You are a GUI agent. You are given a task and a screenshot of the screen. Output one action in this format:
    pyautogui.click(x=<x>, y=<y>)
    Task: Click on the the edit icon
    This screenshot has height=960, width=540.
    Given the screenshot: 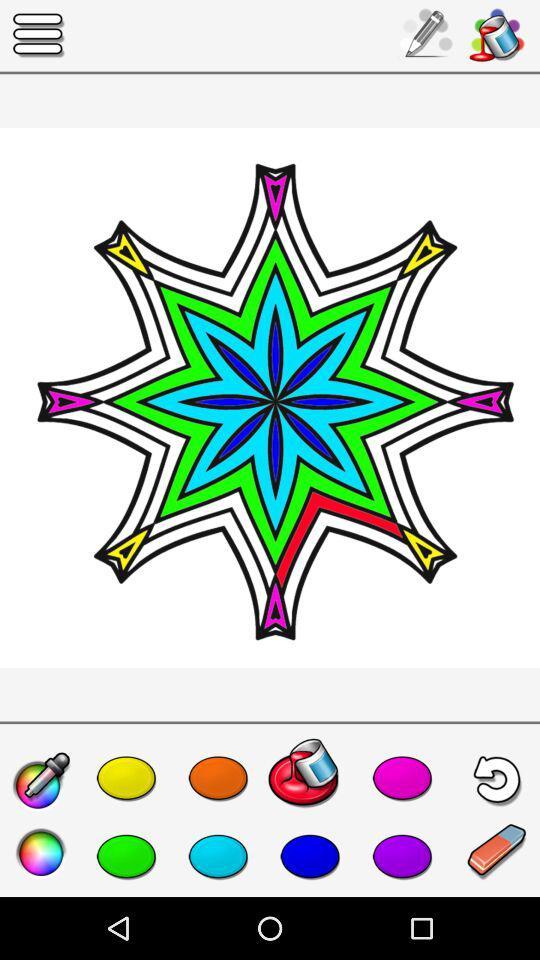 What is the action you would take?
    pyautogui.click(x=41, y=782)
    